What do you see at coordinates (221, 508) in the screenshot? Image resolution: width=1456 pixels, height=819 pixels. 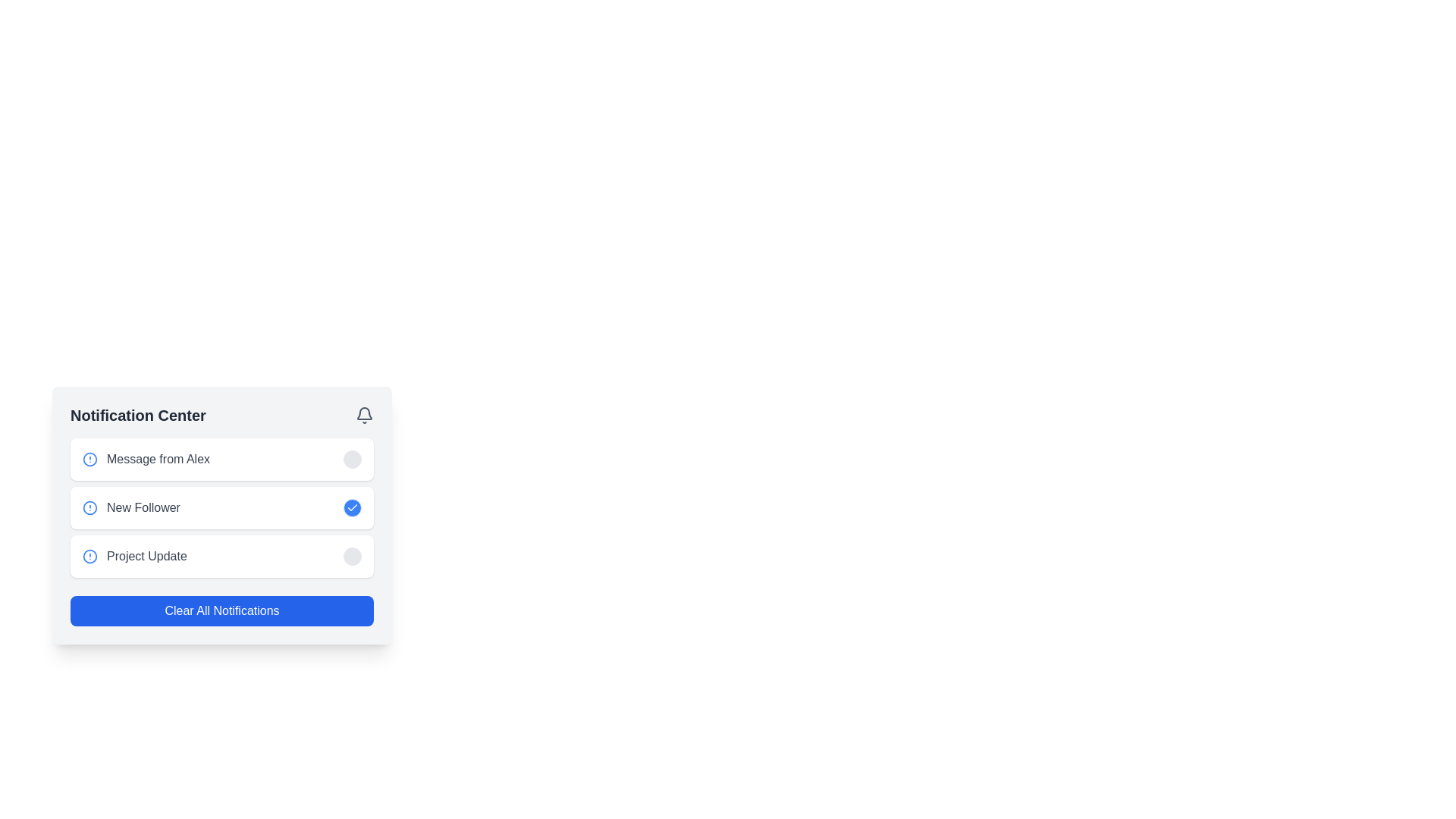 I see `the blue rounded button with a check mark on the 'New Follower' notification to mark it as read` at bounding box center [221, 508].